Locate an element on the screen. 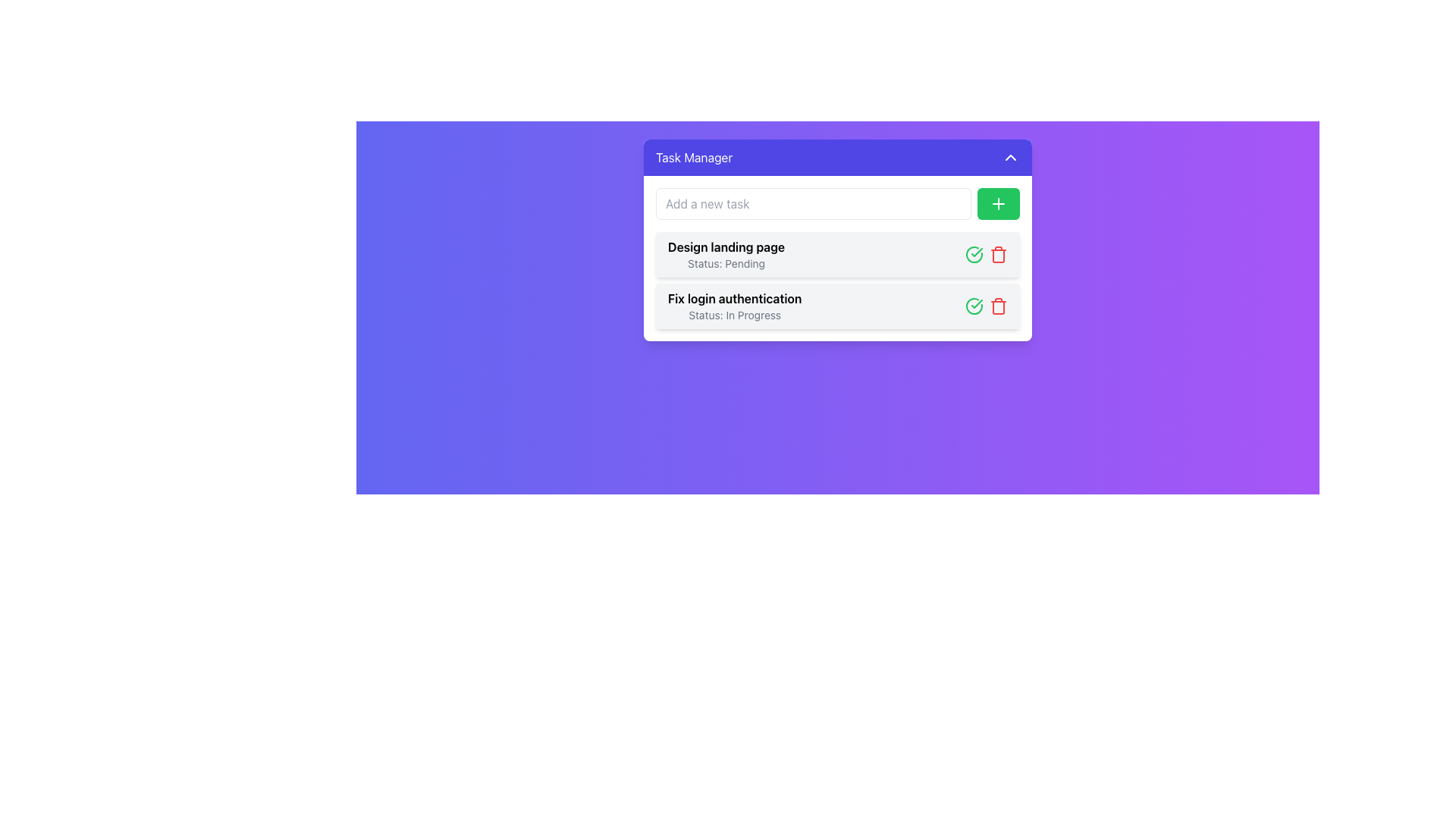  the button located to the right of the 'Add a new task' text input field is located at coordinates (998, 203).